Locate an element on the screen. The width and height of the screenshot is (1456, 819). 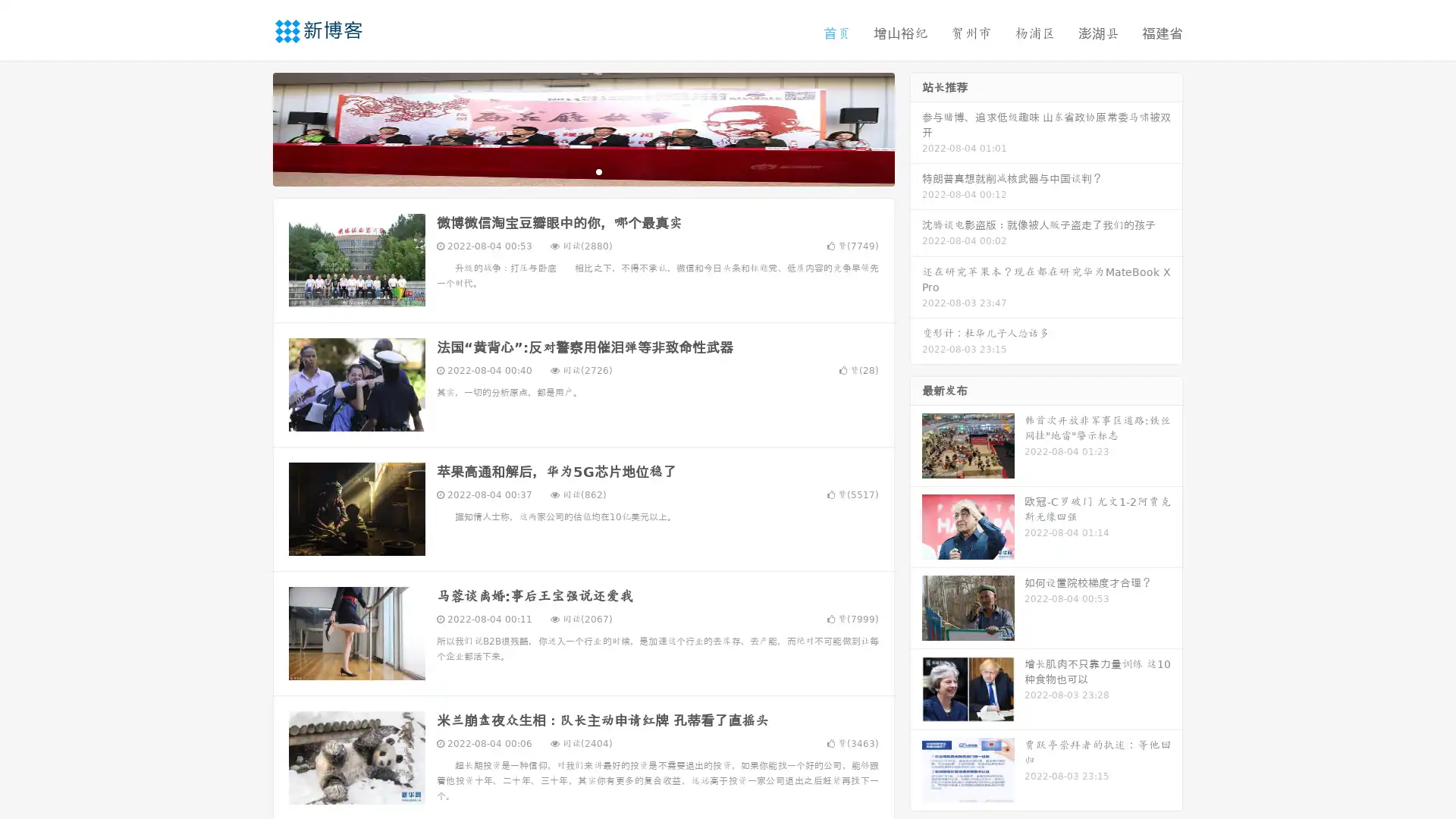
Go to slide 1 is located at coordinates (567, 171).